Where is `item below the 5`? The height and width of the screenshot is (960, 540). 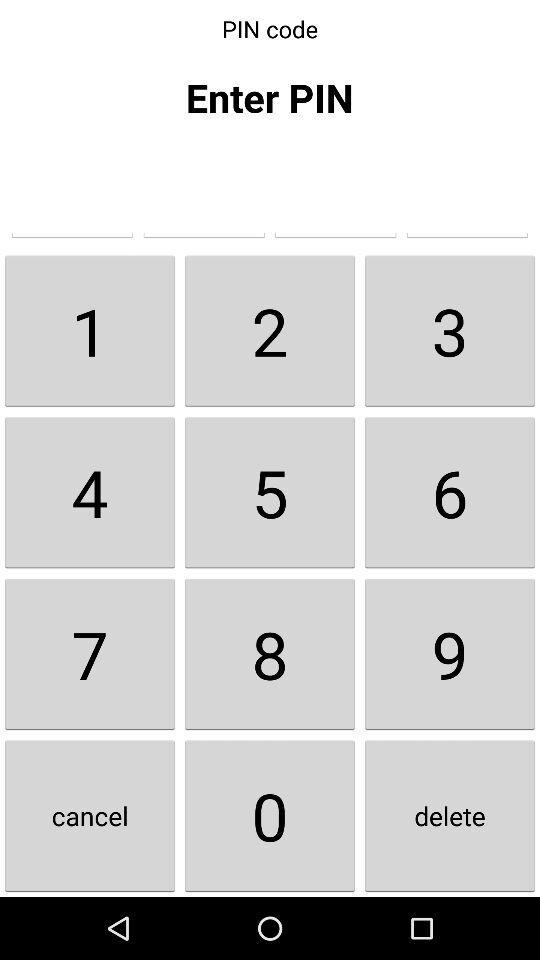 item below the 5 is located at coordinates (449, 653).